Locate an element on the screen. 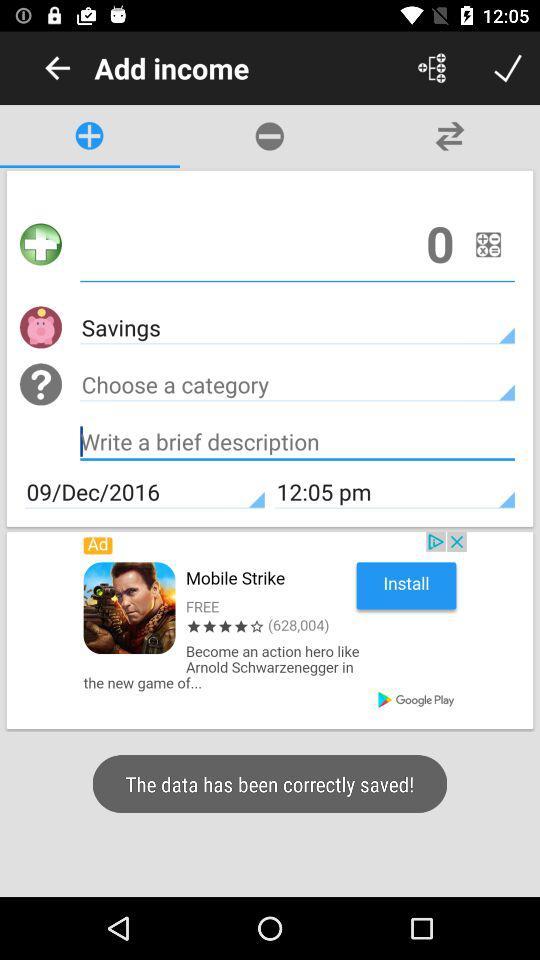 This screenshot has width=540, height=960. go back is located at coordinates (57, 68).